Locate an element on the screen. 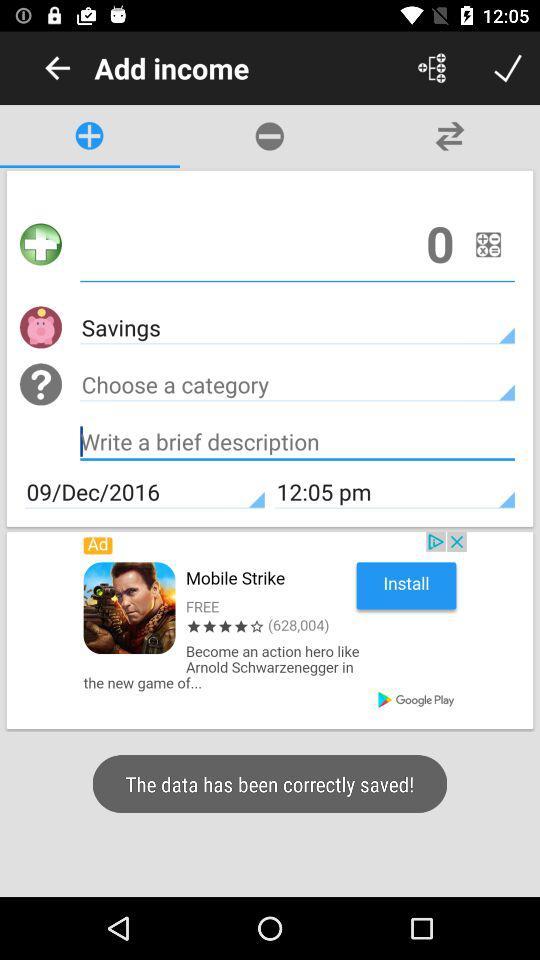 This screenshot has width=540, height=960. go back is located at coordinates (57, 68).